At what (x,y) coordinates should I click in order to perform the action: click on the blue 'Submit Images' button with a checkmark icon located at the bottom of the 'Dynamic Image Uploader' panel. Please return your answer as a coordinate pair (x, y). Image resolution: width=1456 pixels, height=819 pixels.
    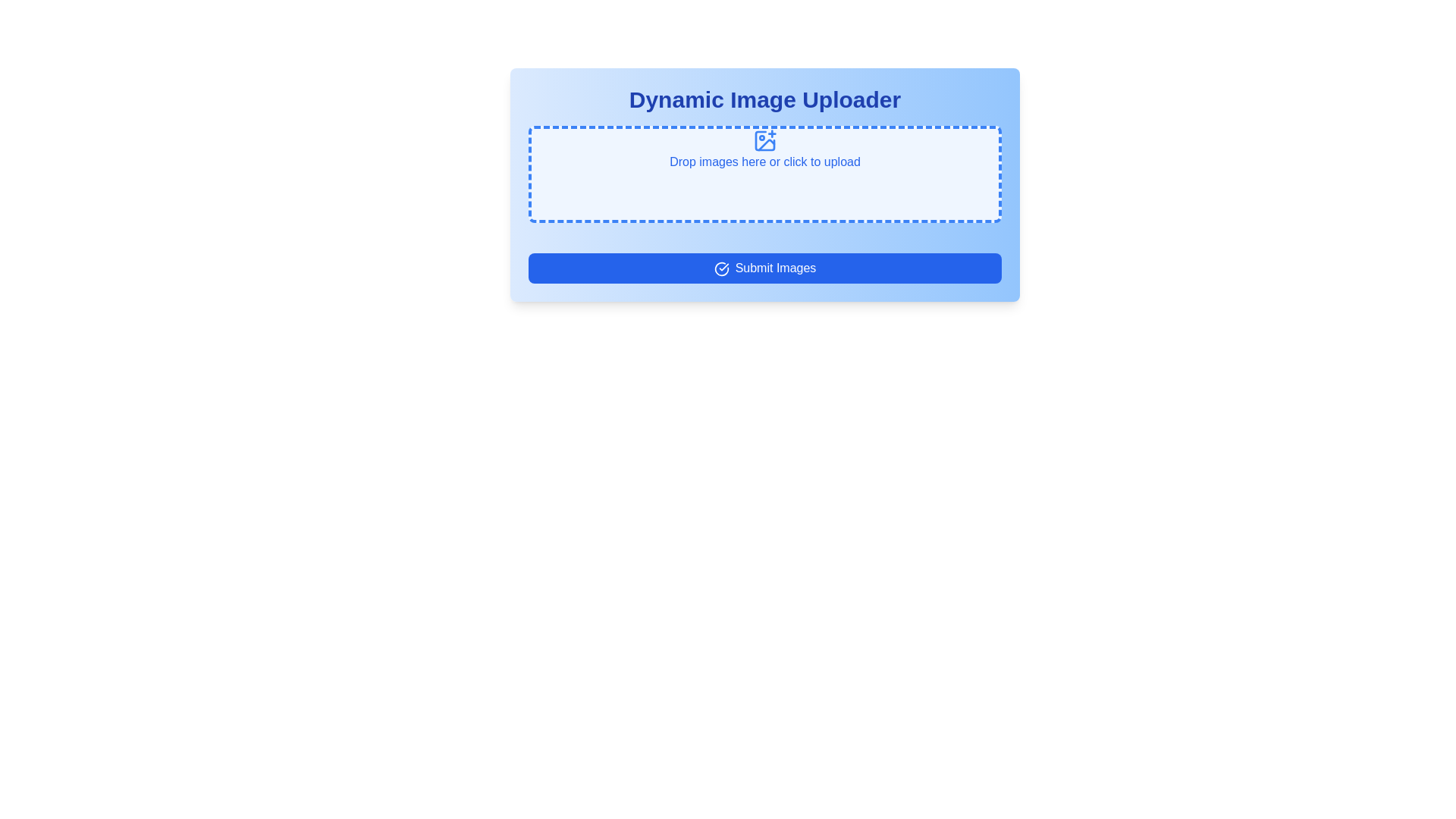
    Looking at the image, I should click on (764, 268).